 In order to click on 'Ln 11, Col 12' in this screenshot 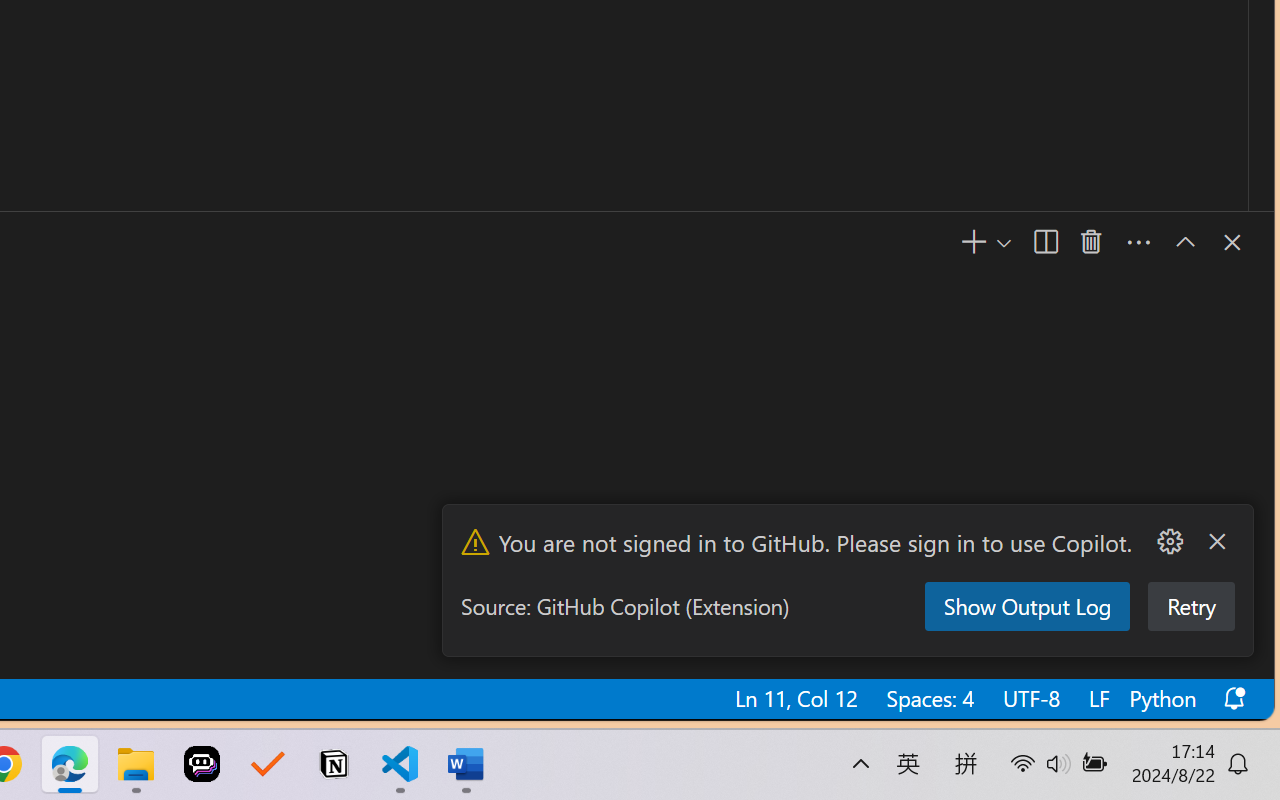, I will do `click(794, 698)`.